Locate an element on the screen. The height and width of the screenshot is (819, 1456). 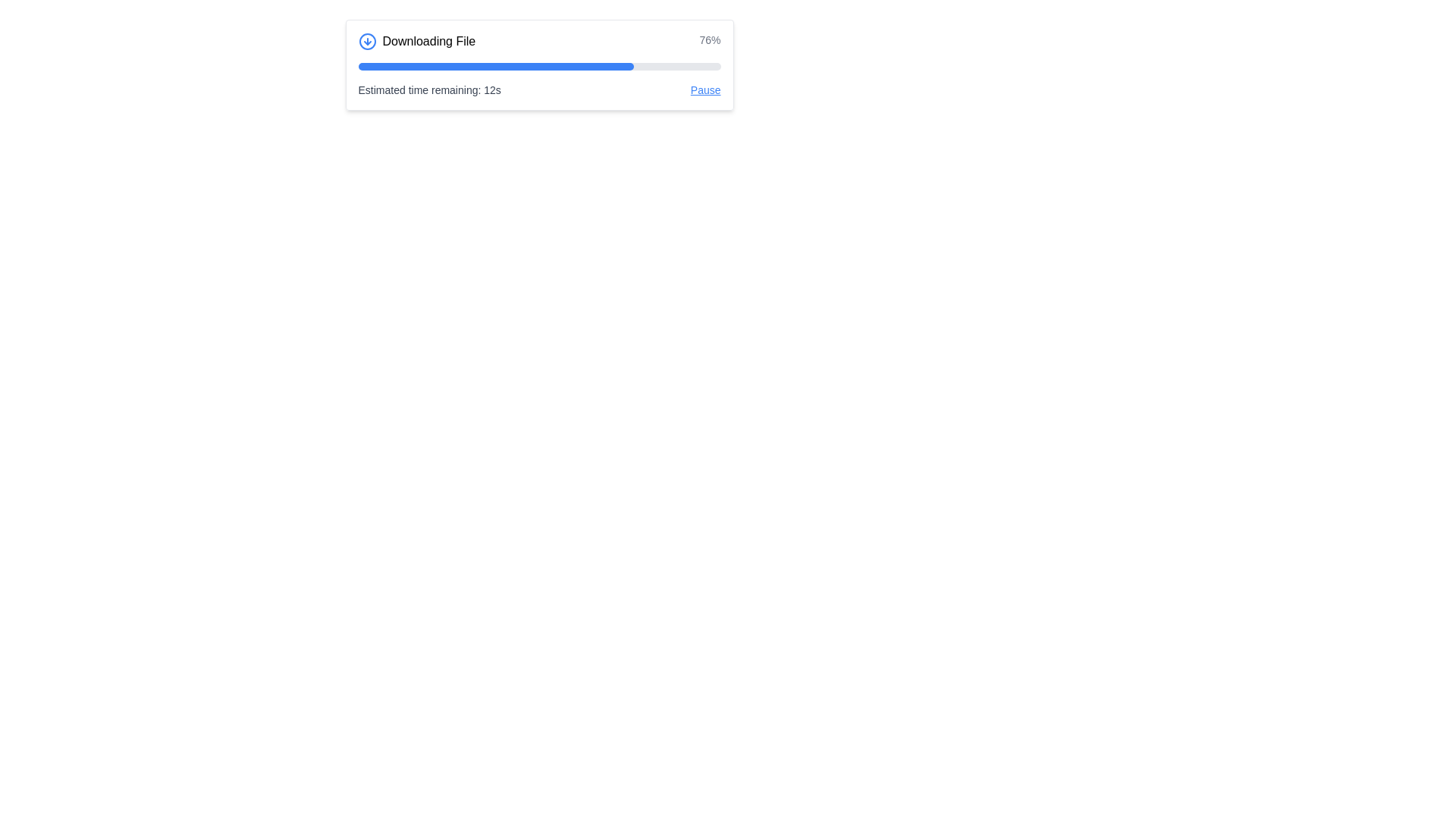
the Text label that describes the current operation of downloading a file, positioned to the right of the blue circular download icon and to the left of the progress bar is located at coordinates (428, 40).